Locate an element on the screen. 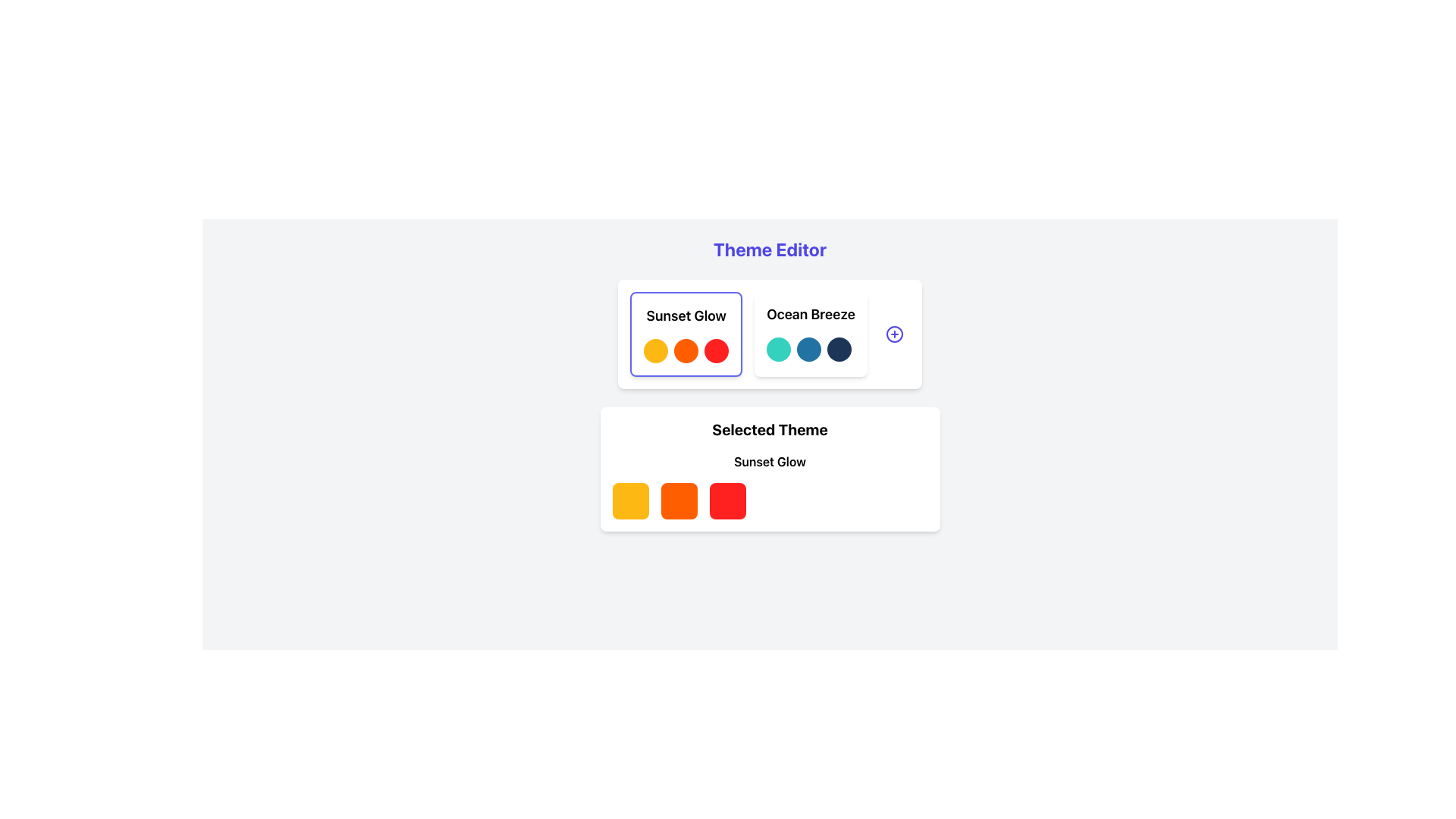  the middle decorative blue circle in the 'Ocean Breeze' section, which is styled with a rounded appearance and has no text or icon is located at coordinates (808, 350).